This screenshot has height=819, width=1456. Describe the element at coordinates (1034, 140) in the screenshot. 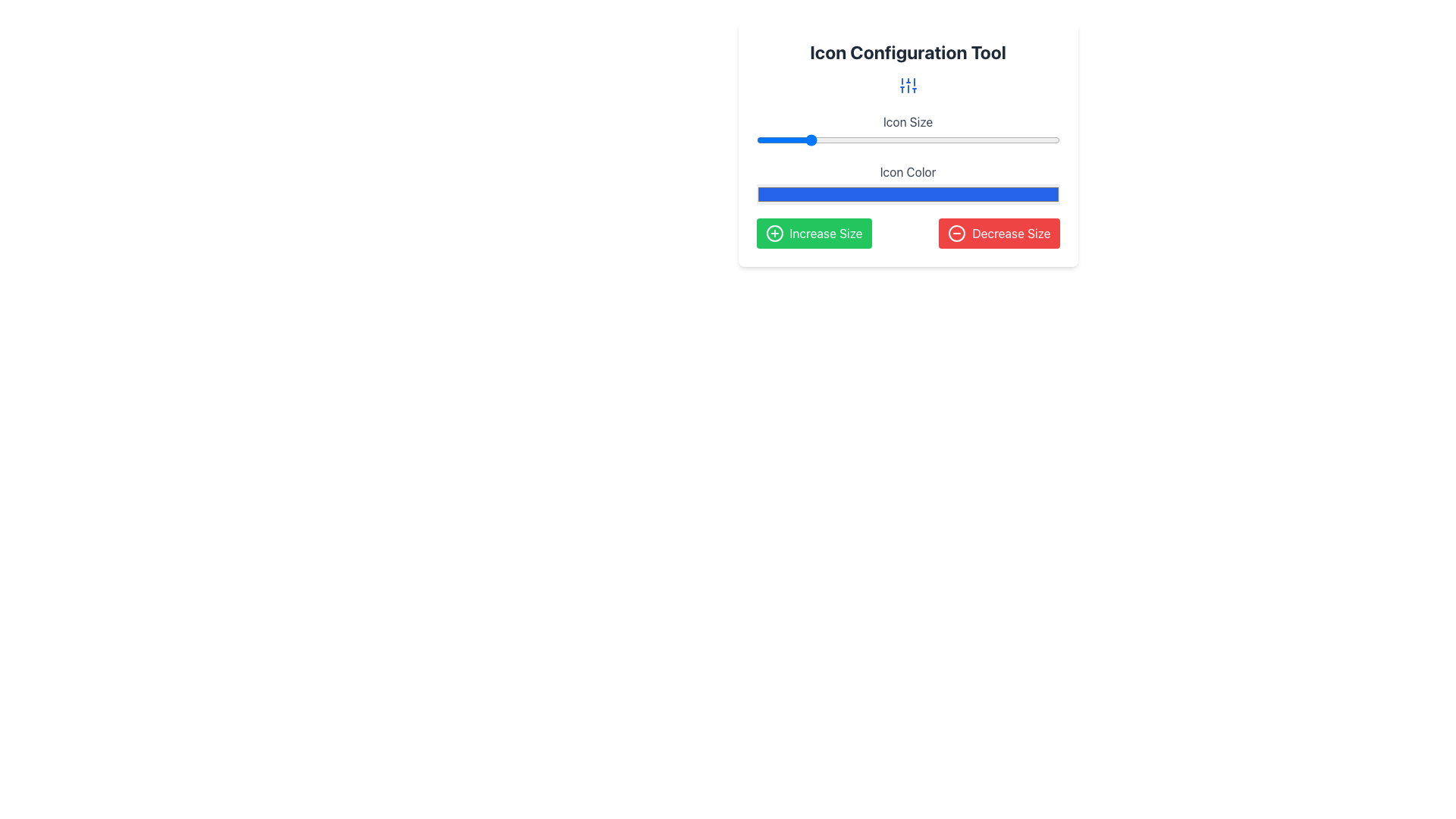

I see `the icon size` at that location.